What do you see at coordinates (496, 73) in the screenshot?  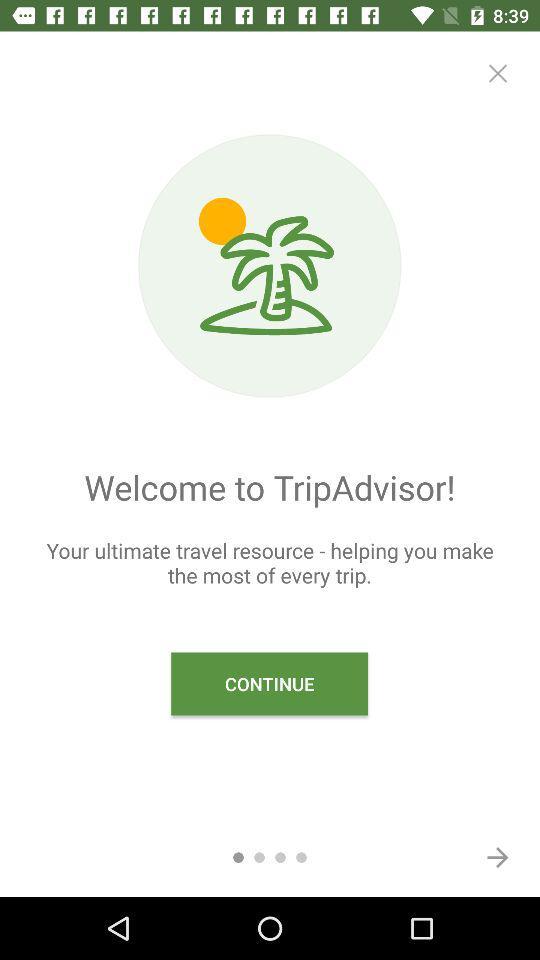 I see `the icon above the your ultimate travel icon` at bounding box center [496, 73].